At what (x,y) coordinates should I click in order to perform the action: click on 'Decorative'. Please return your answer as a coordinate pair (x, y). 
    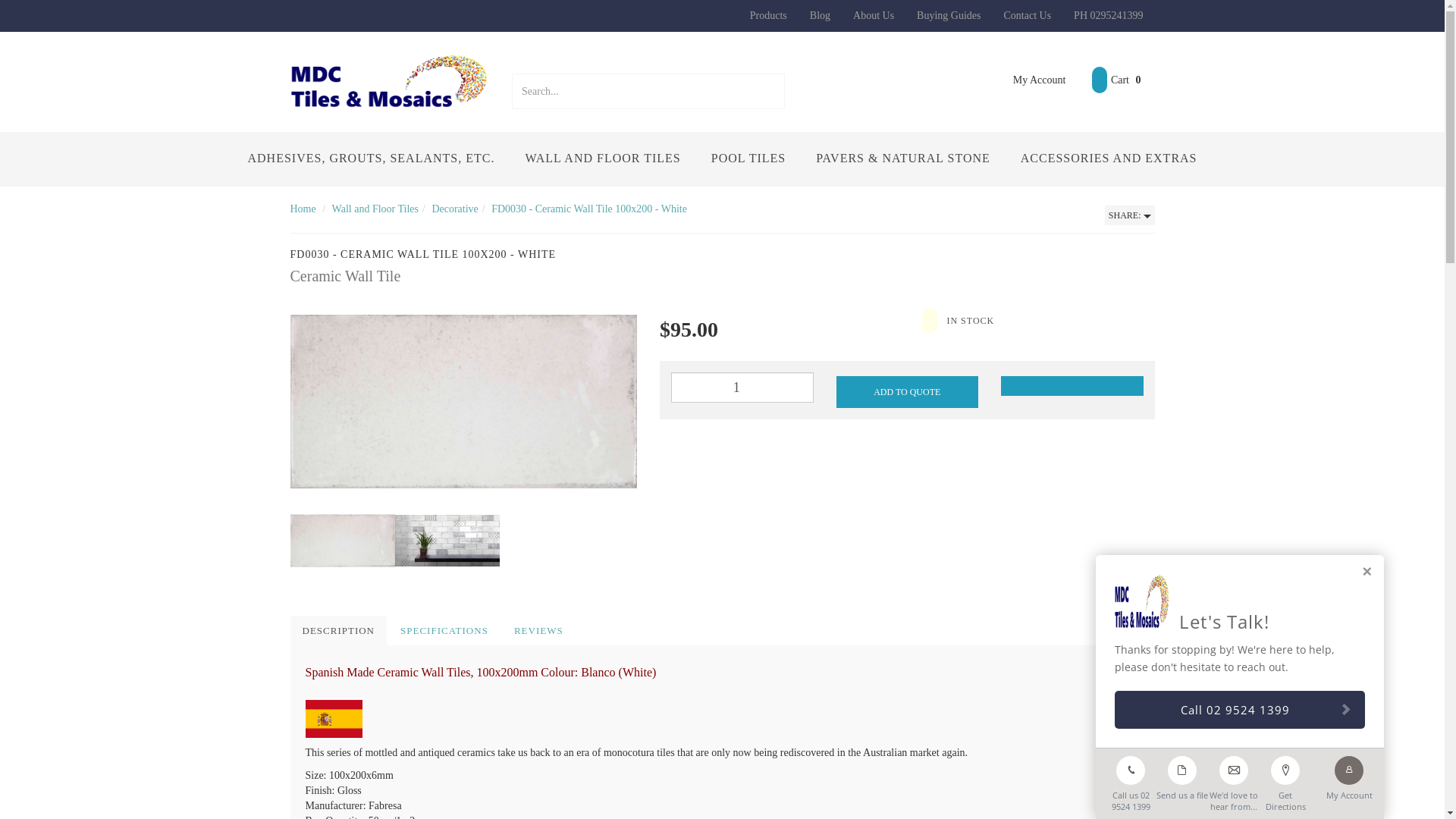
    Looking at the image, I should click on (453, 209).